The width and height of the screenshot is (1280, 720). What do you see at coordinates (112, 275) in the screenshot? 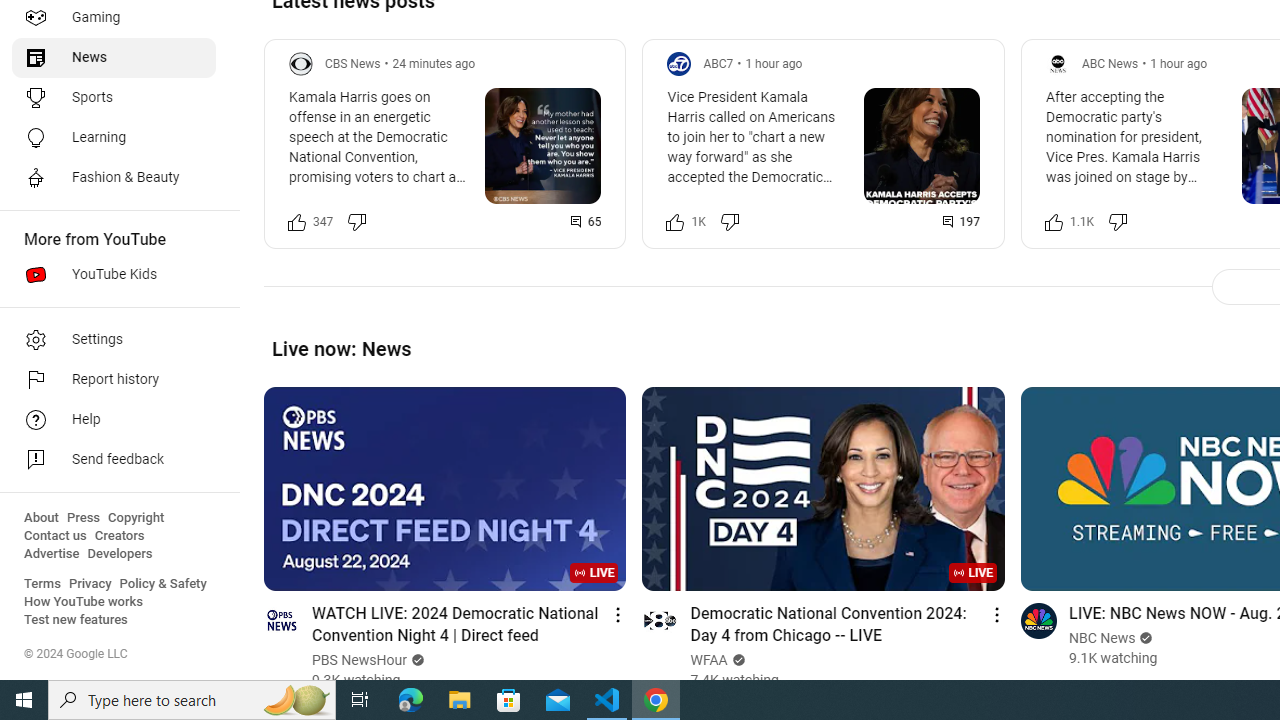
I see `'YouTube Kids'` at bounding box center [112, 275].